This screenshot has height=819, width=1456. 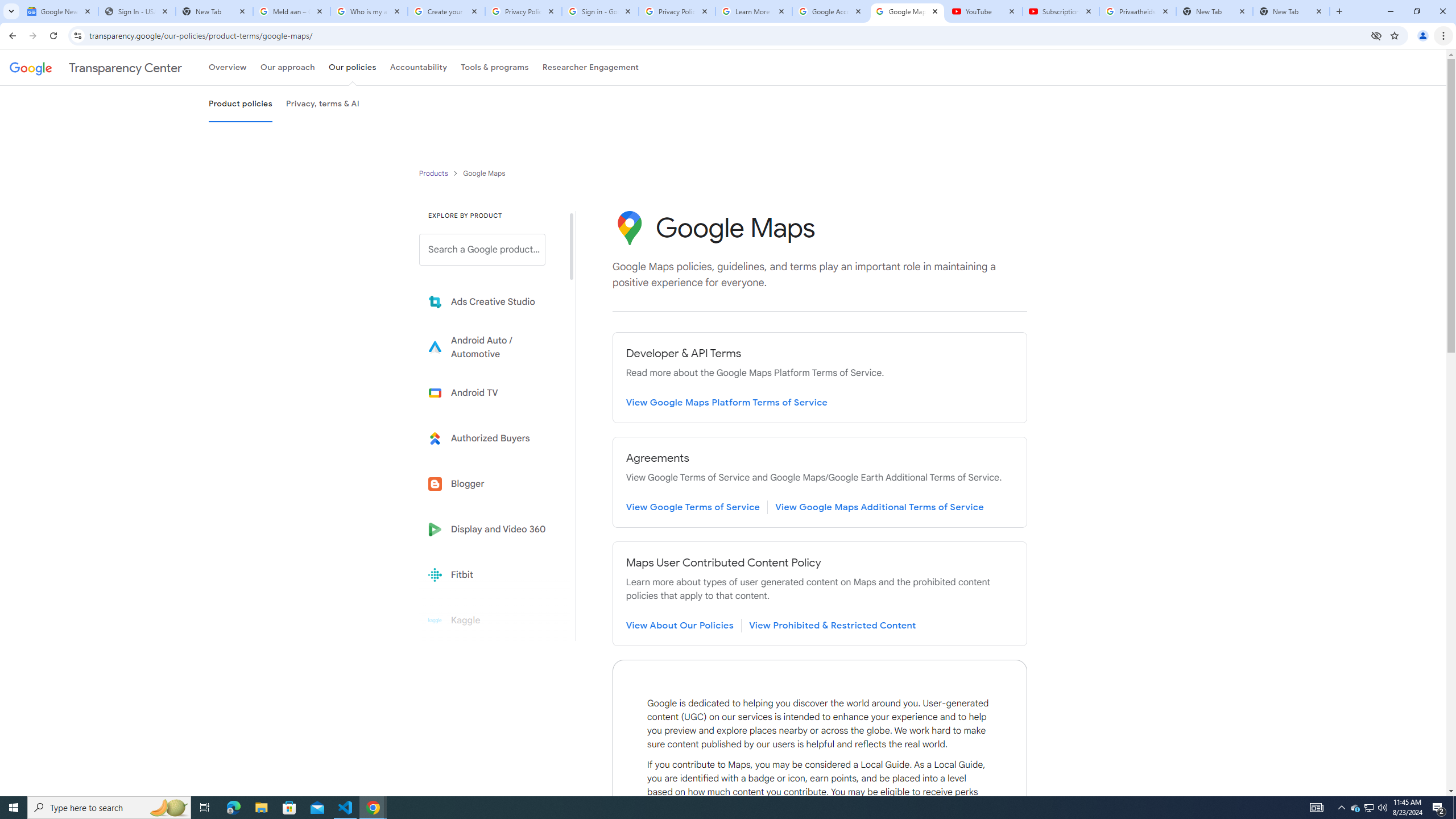 I want to click on 'Learn more about Authorized Buyers', so click(x=490, y=438).